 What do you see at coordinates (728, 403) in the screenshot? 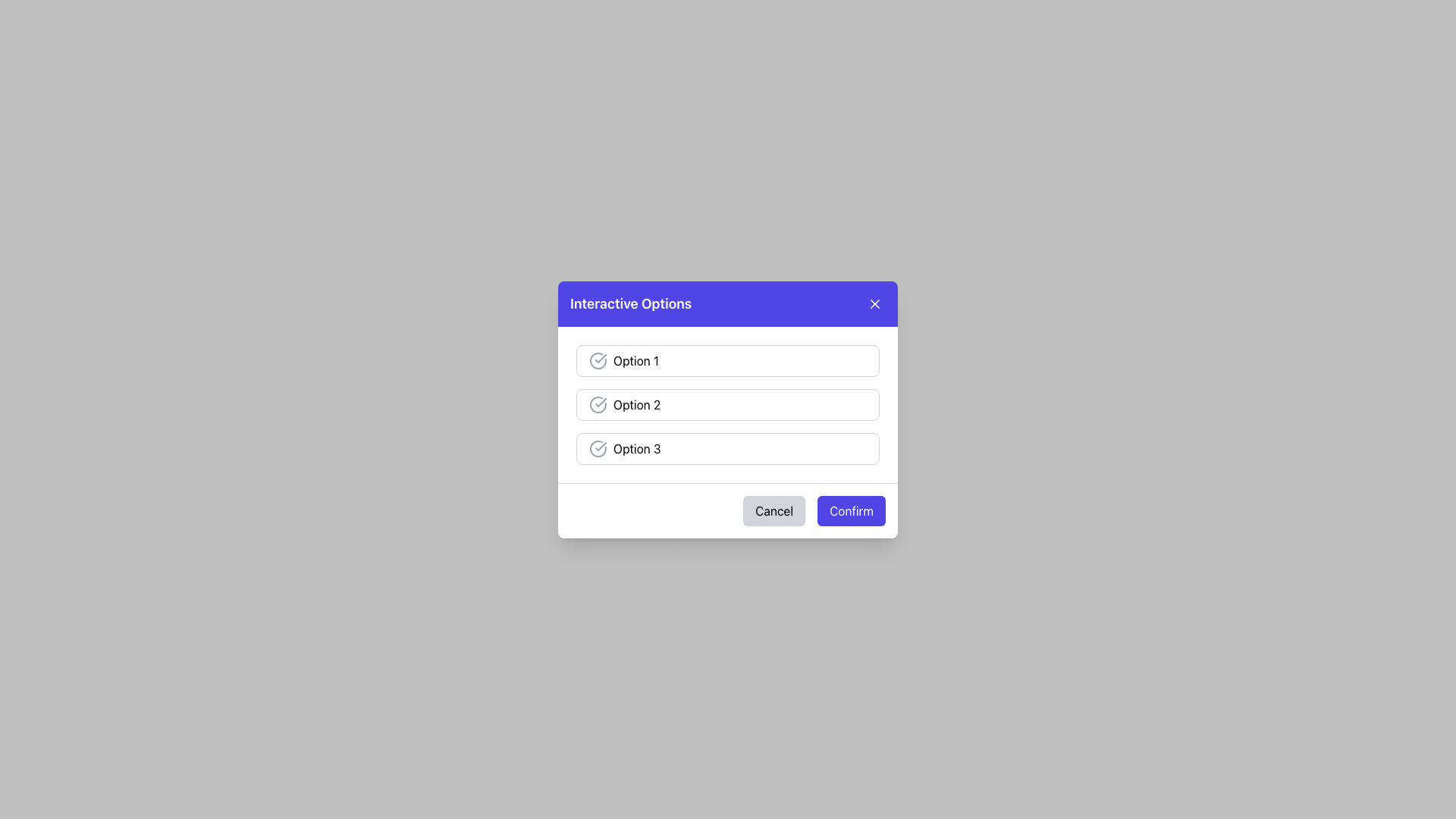
I see `'Option 2' in the selectable list under the 'Interactive Options' title` at bounding box center [728, 403].